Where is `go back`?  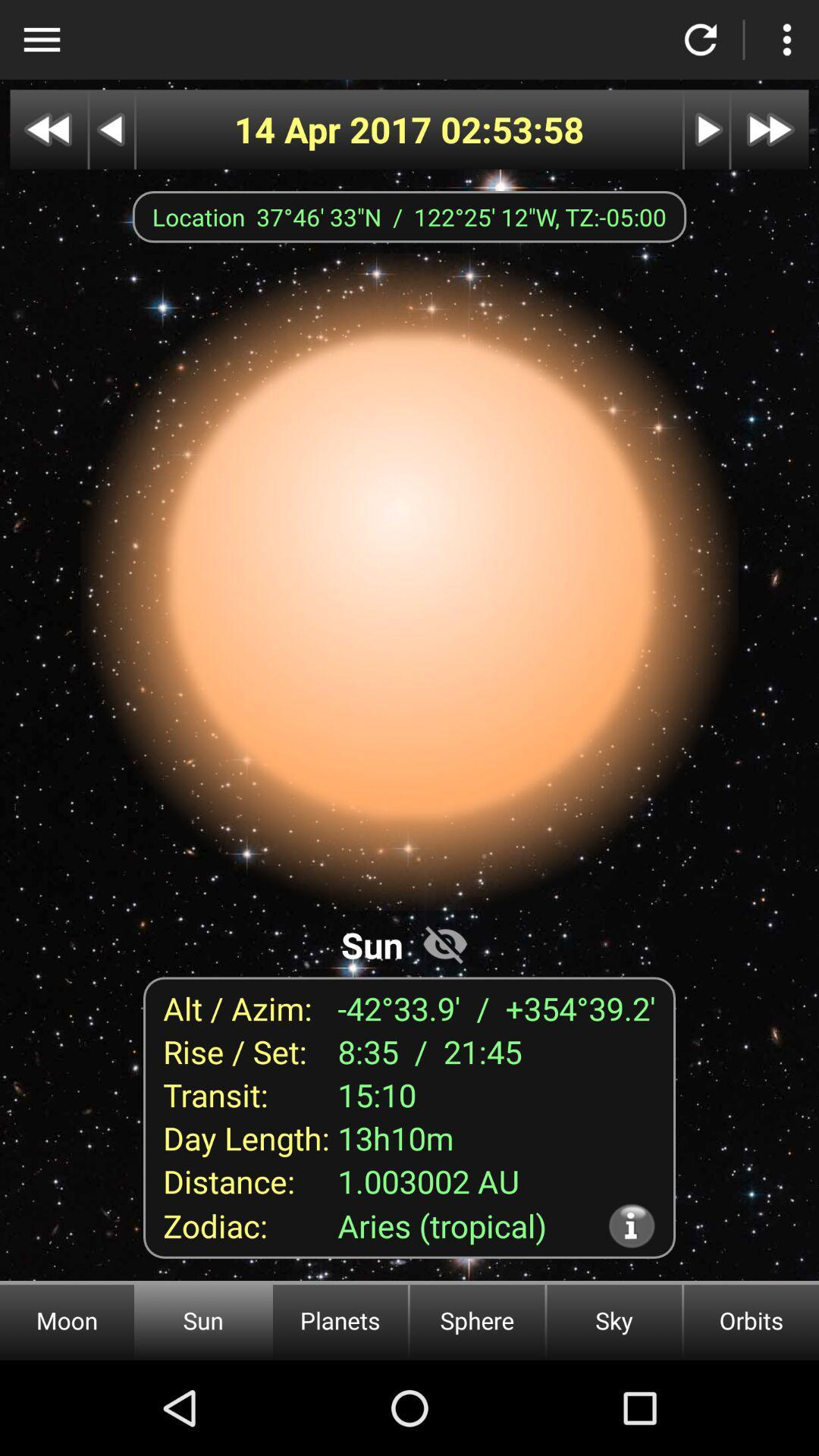
go back is located at coordinates (48, 130).